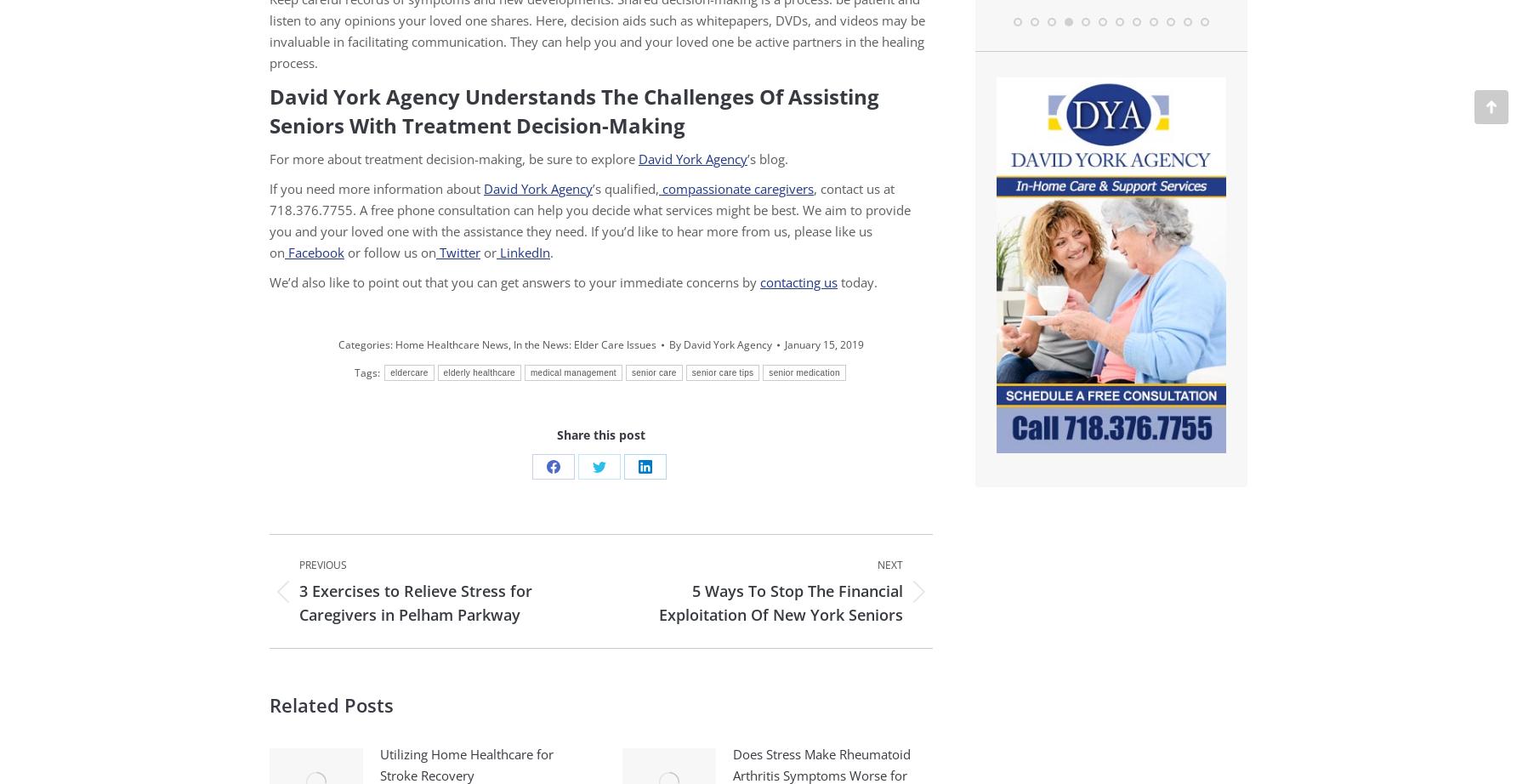 The height and width of the screenshot is (784, 1517). Describe the element at coordinates (390, 251) in the screenshot. I see `'or follow us on'` at that location.